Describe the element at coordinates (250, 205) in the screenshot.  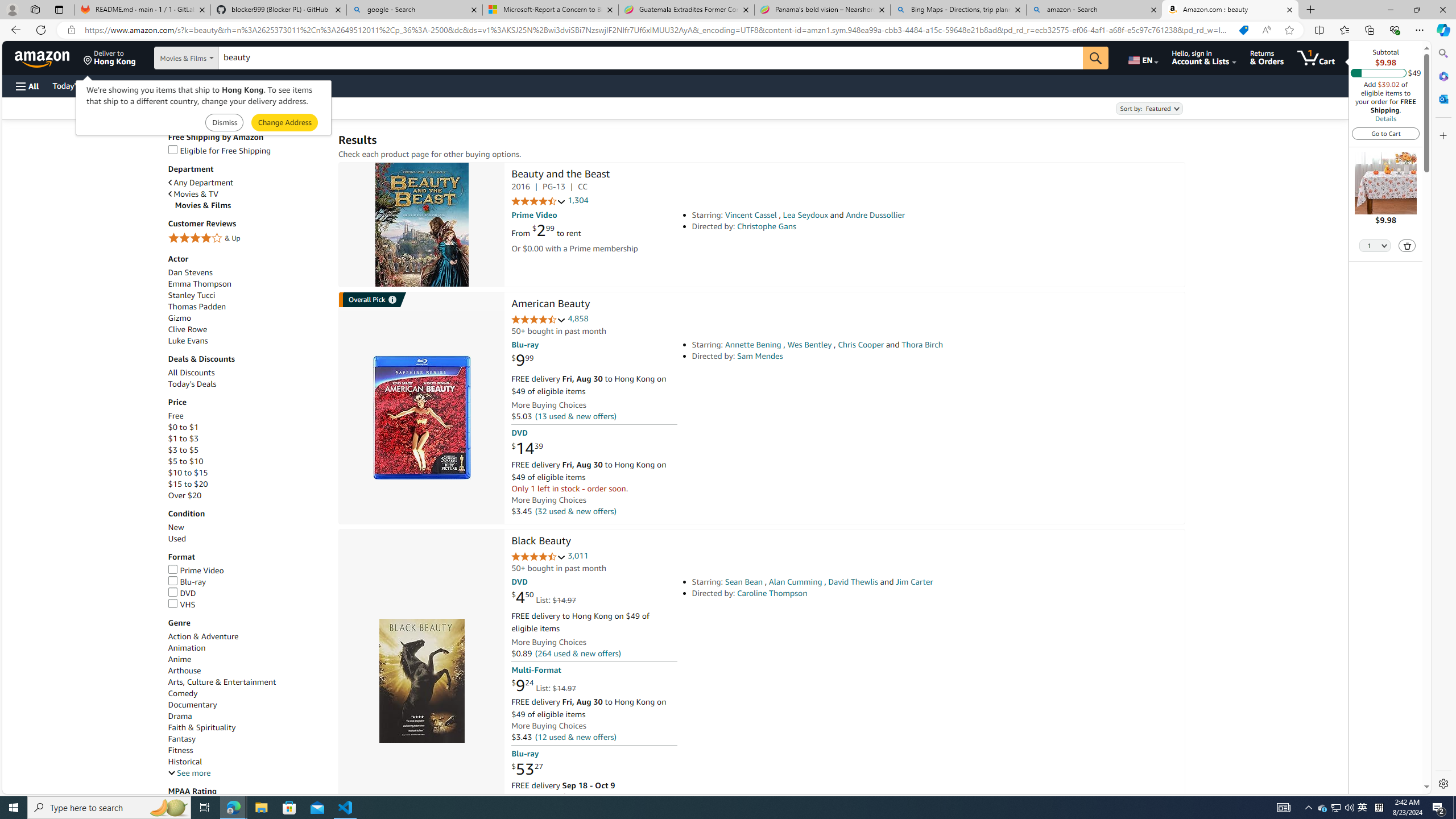
I see `'Movies & Films'` at that location.